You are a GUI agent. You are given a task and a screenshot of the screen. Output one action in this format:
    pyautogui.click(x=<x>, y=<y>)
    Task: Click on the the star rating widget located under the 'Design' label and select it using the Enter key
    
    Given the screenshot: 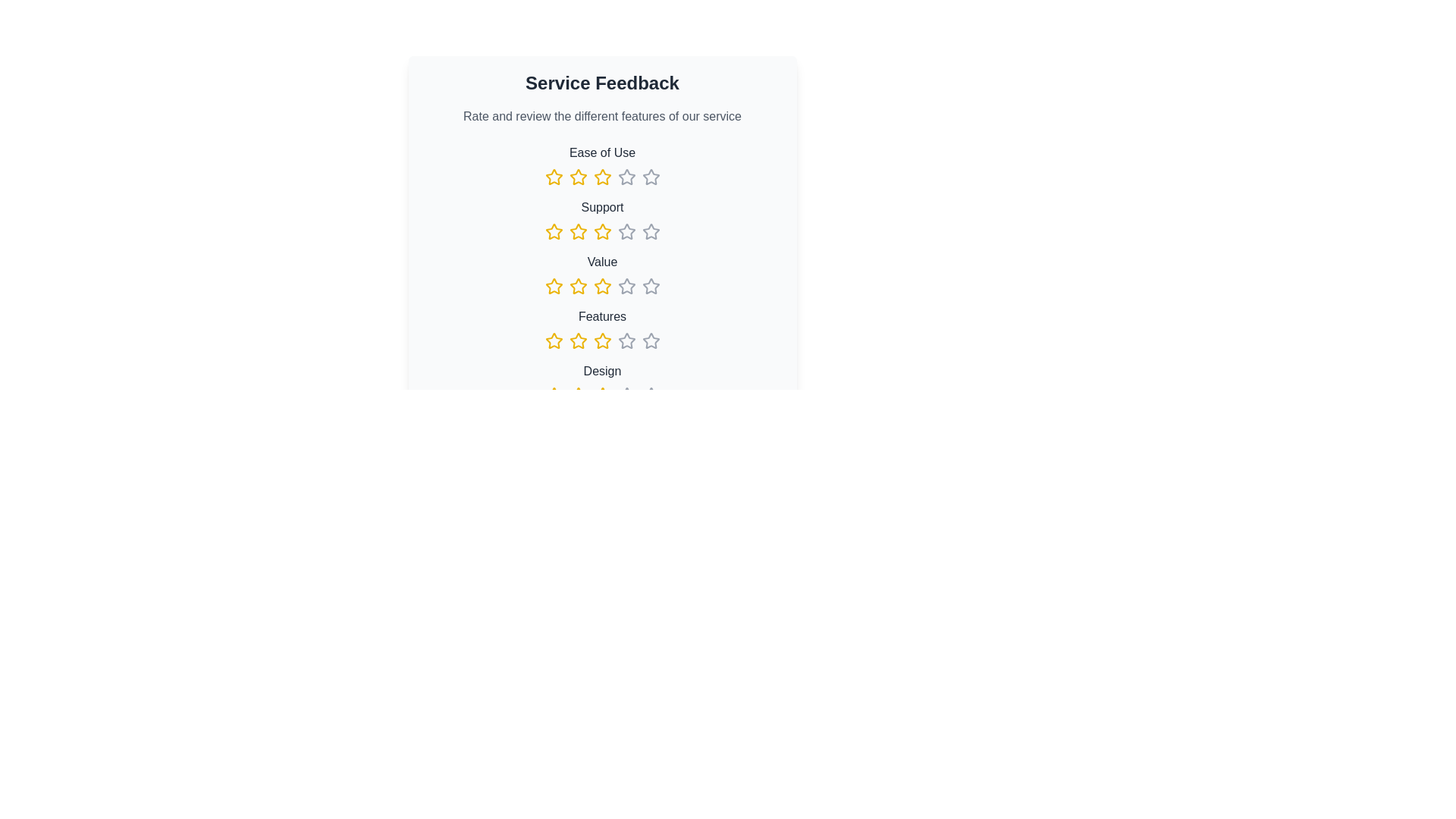 What is the action you would take?
    pyautogui.click(x=601, y=394)
    